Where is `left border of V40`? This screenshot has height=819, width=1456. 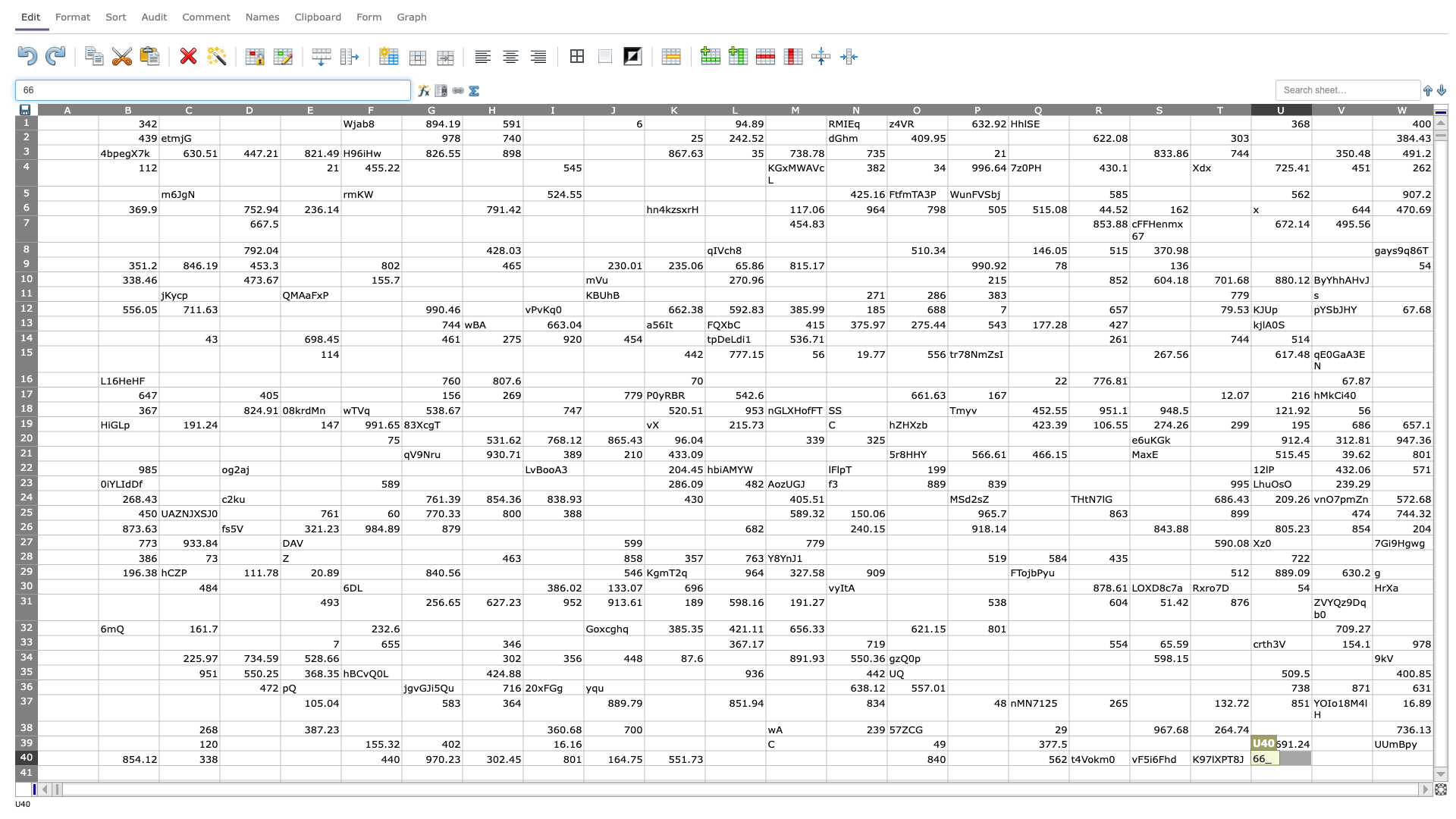
left border of V40 is located at coordinates (1310, 758).